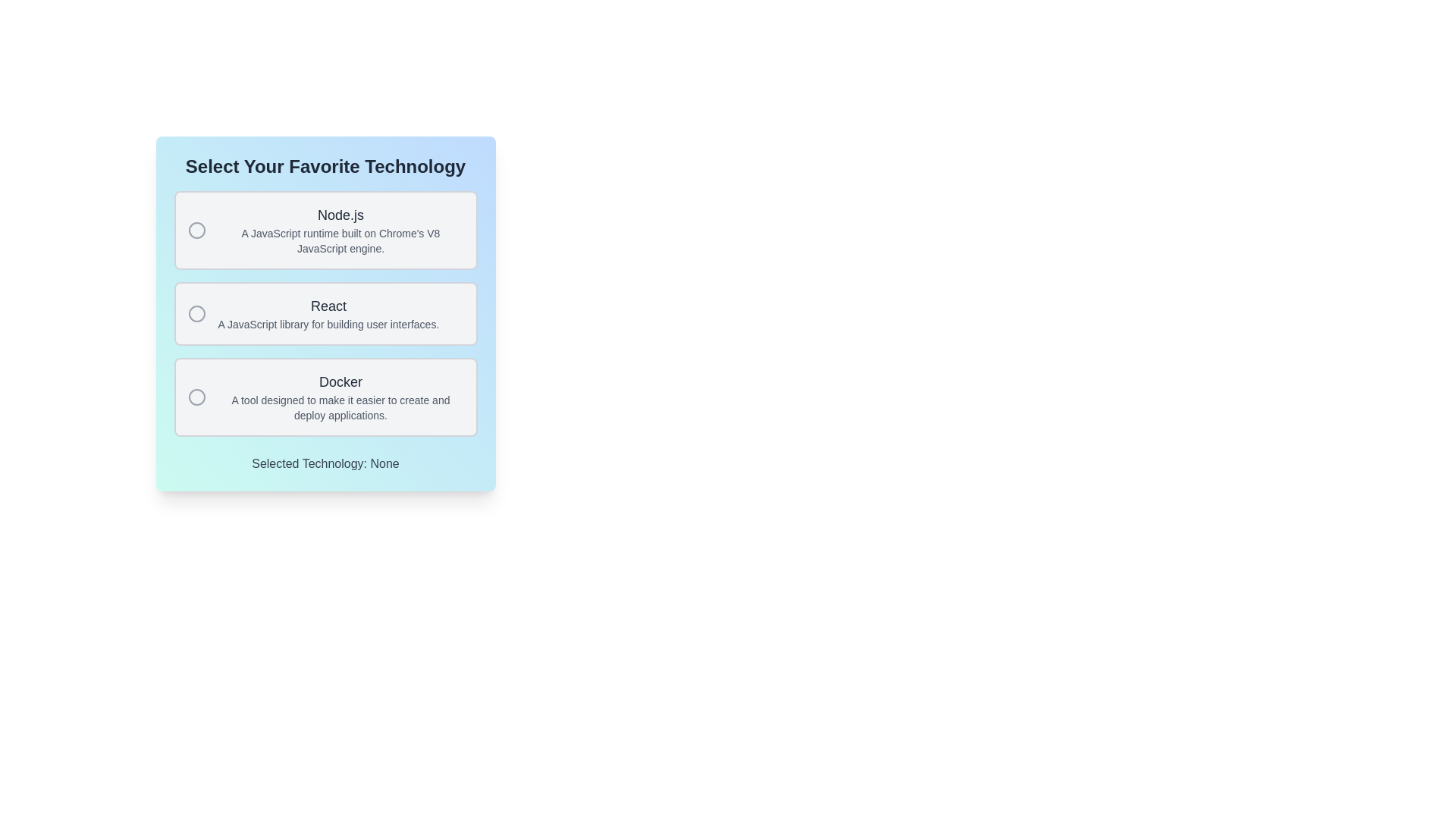 Image resolution: width=1456 pixels, height=819 pixels. Describe the element at coordinates (325, 397) in the screenshot. I see `the third selectable list item which represents 'Docker' in the technology options` at that location.